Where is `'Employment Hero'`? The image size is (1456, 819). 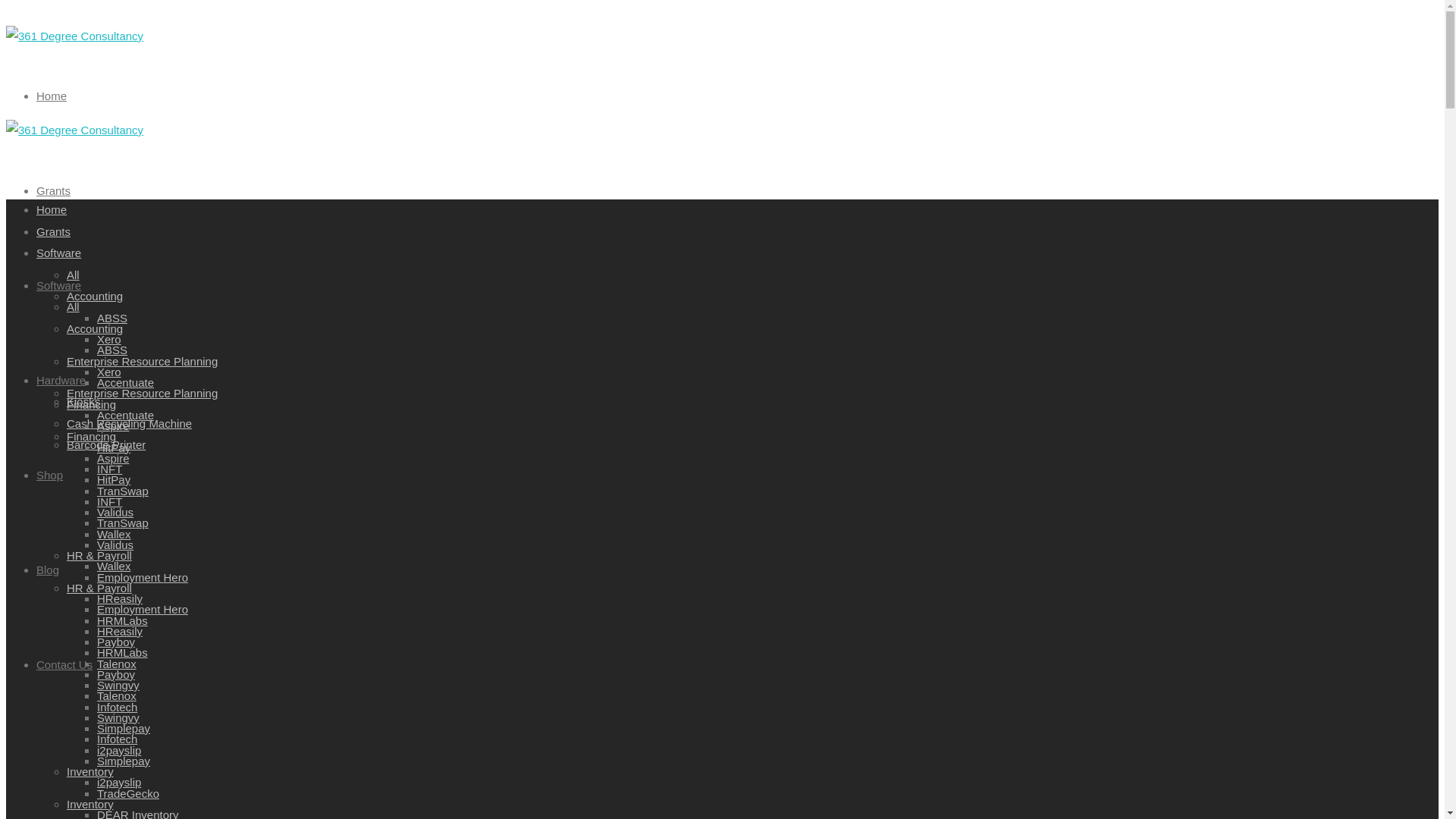 'Employment Hero' is located at coordinates (142, 576).